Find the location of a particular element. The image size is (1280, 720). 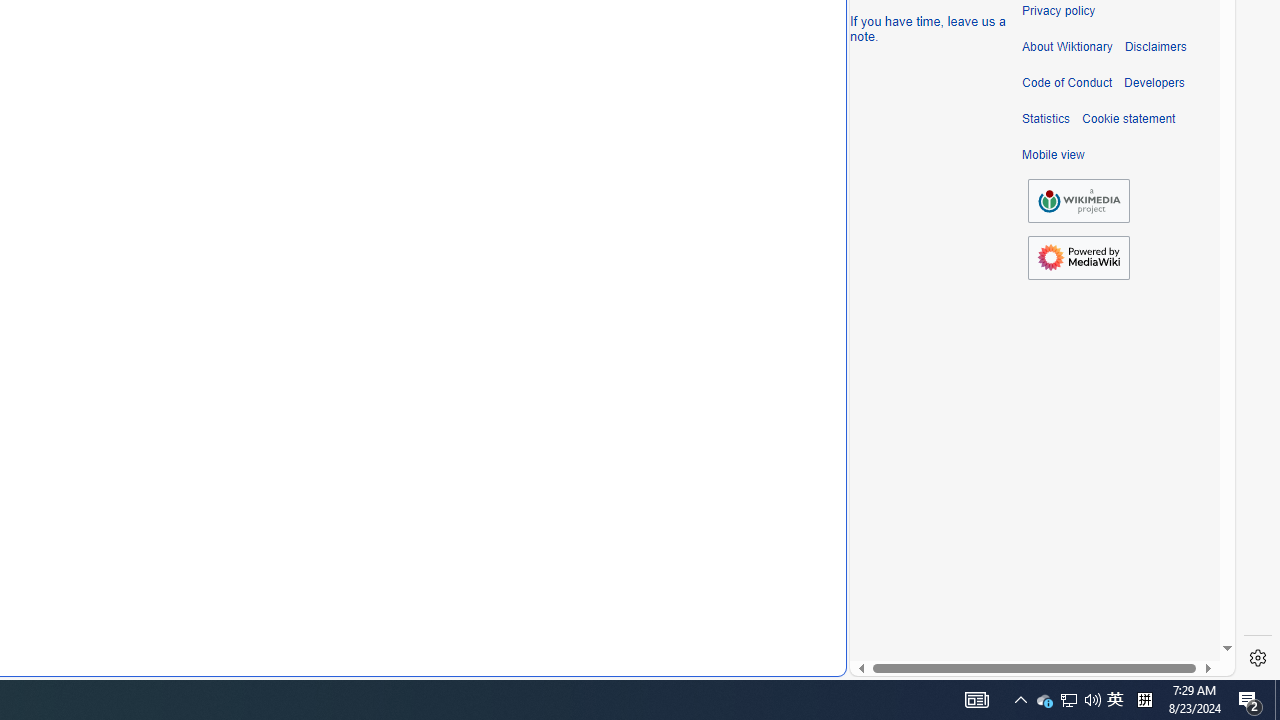

'Powered by MediaWiki' is located at coordinates (1078, 256).